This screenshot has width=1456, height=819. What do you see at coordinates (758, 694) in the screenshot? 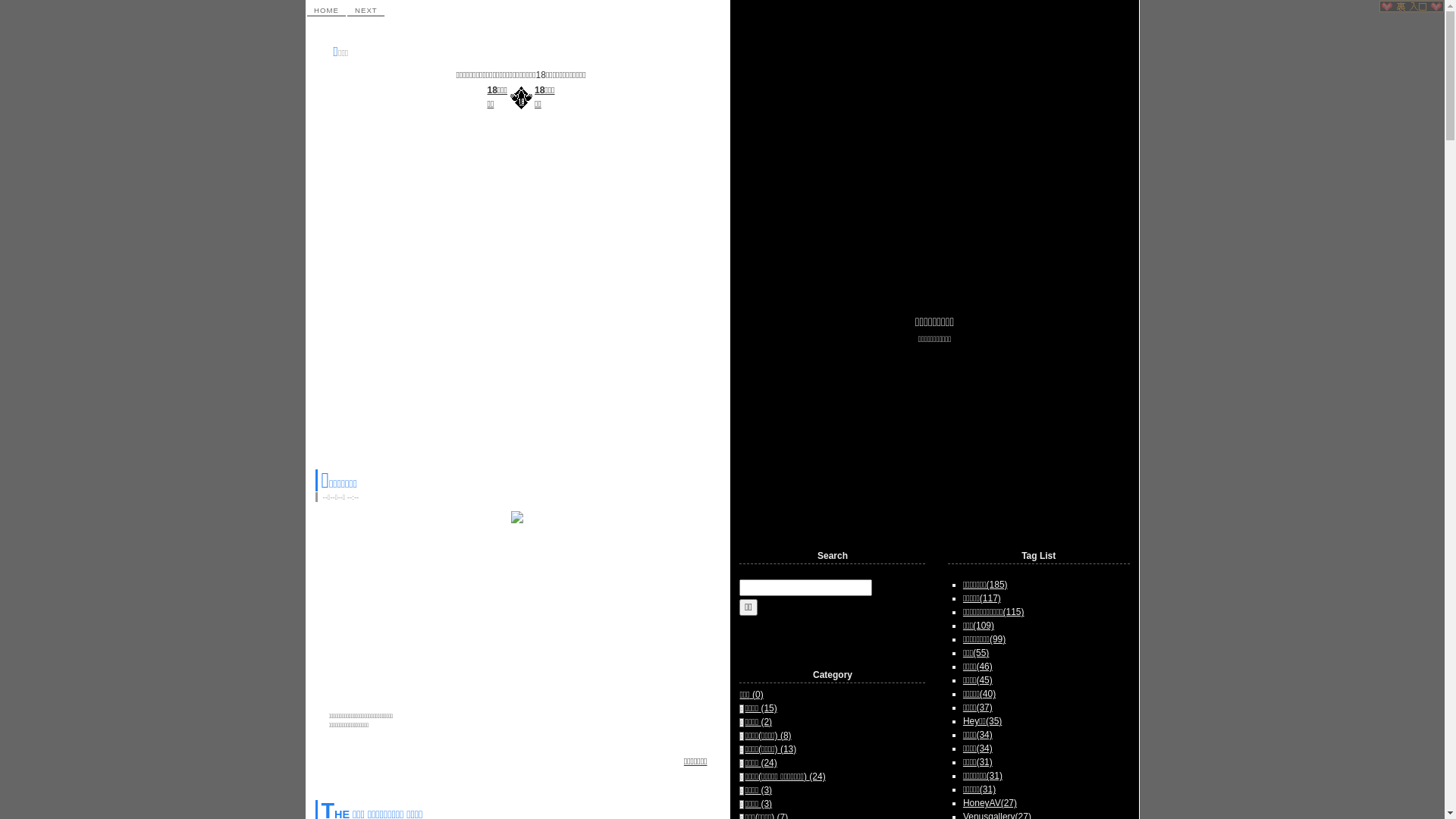
I see `'(0)'` at bounding box center [758, 694].